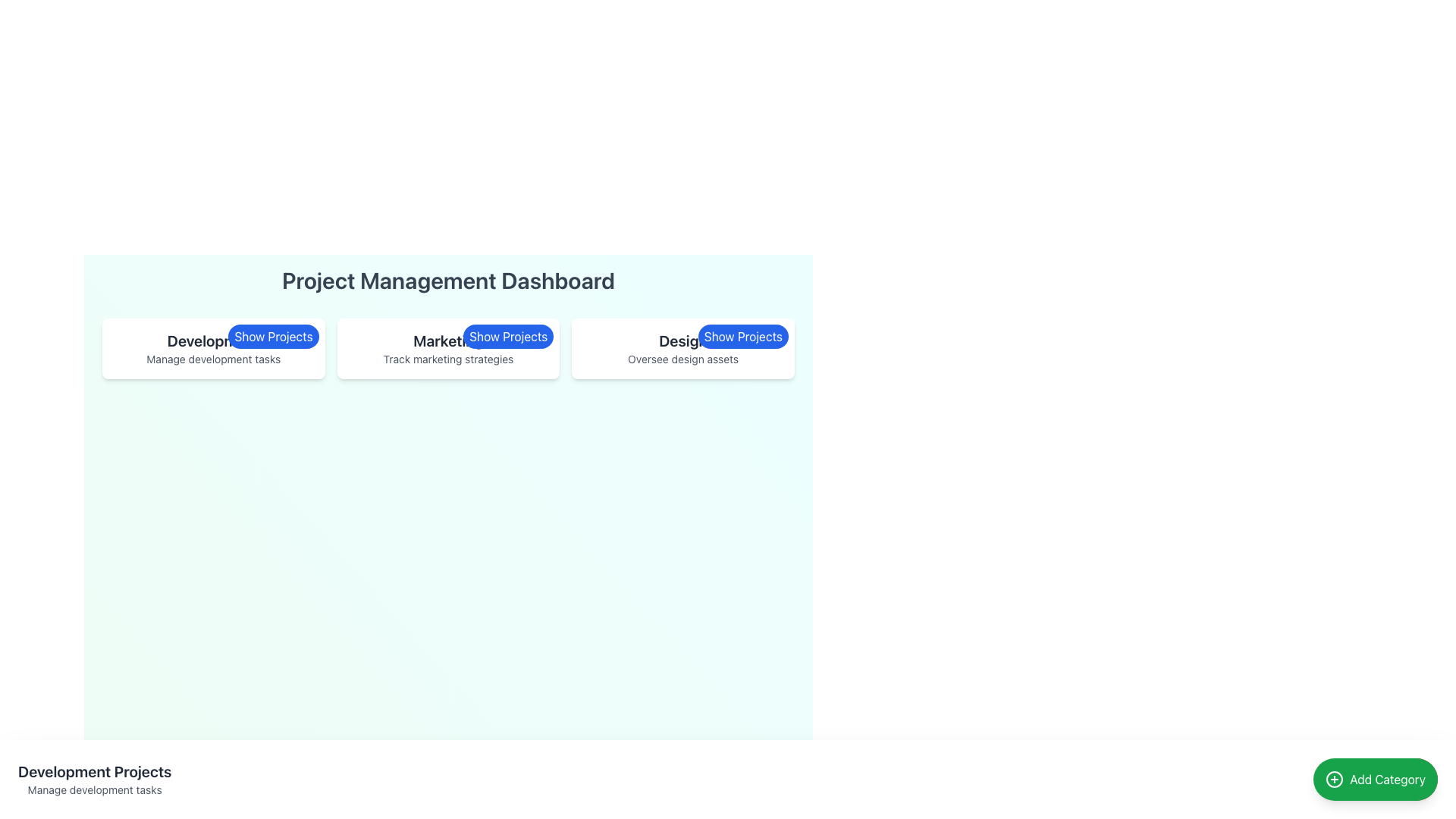  Describe the element at coordinates (212, 348) in the screenshot. I see `the Card component titled 'Development' which has a subtitle 'Manage development tasks' and a button 'Show Projects' at the top-right corner` at that location.